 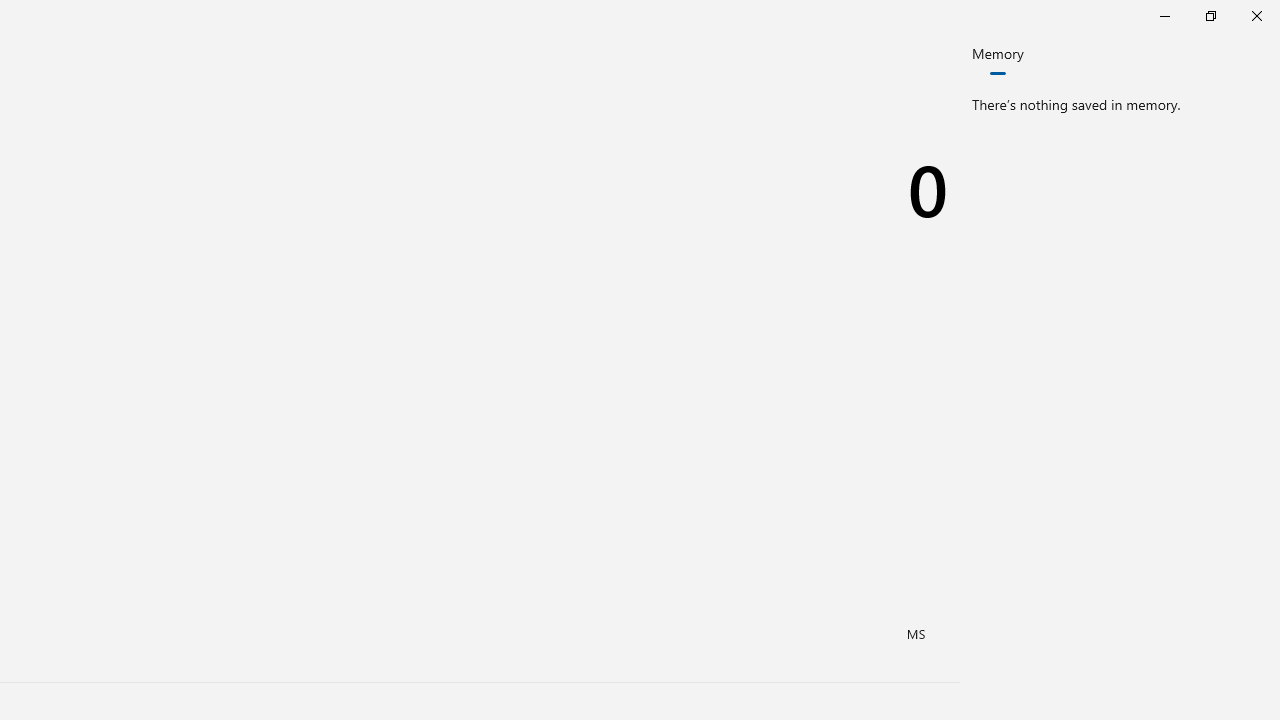 What do you see at coordinates (1255, 15) in the screenshot?
I see `'Close Calculator'` at bounding box center [1255, 15].